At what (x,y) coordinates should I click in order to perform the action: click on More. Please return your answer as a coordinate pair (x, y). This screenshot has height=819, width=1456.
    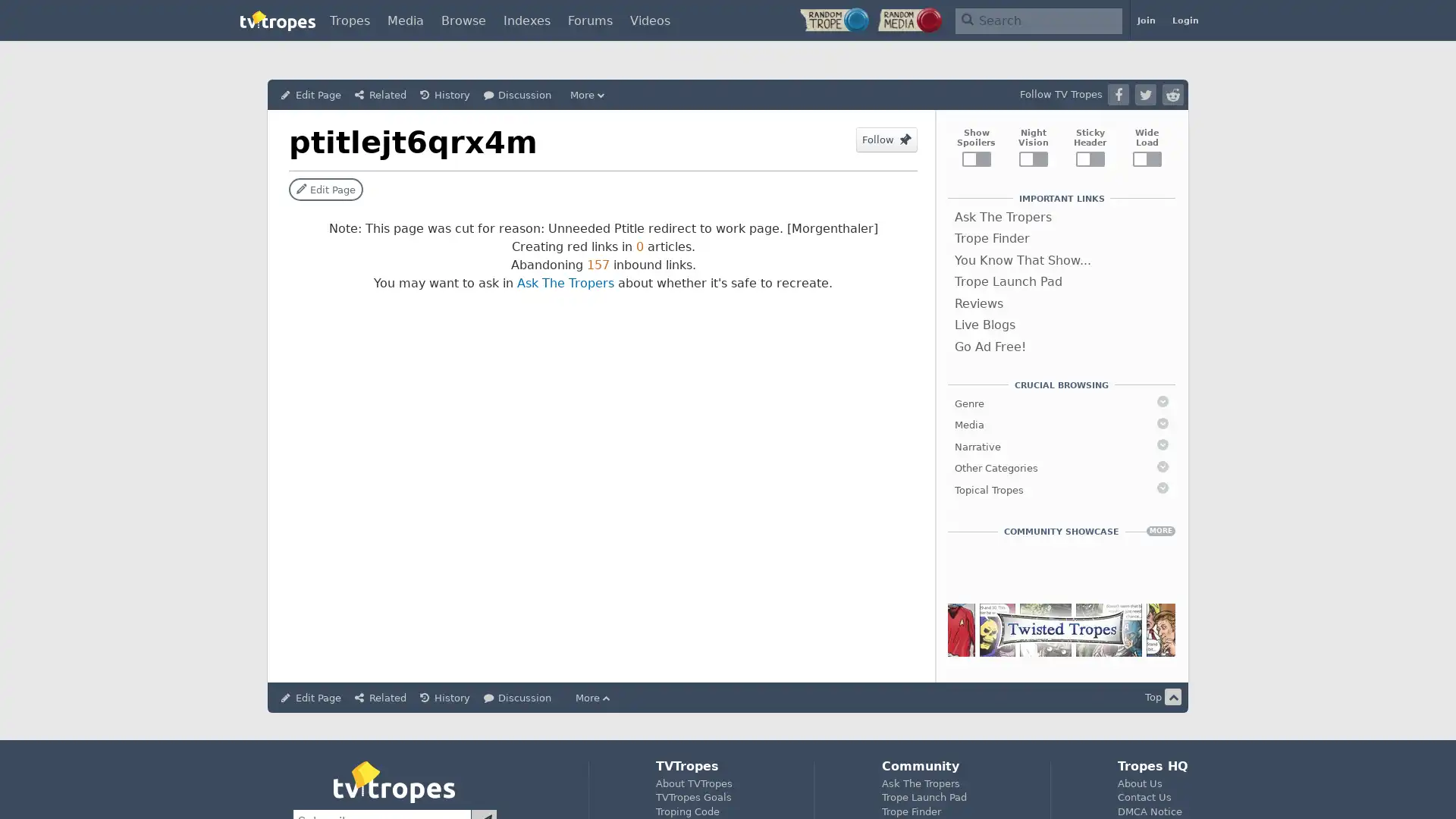
    Looking at the image, I should click on (588, 94).